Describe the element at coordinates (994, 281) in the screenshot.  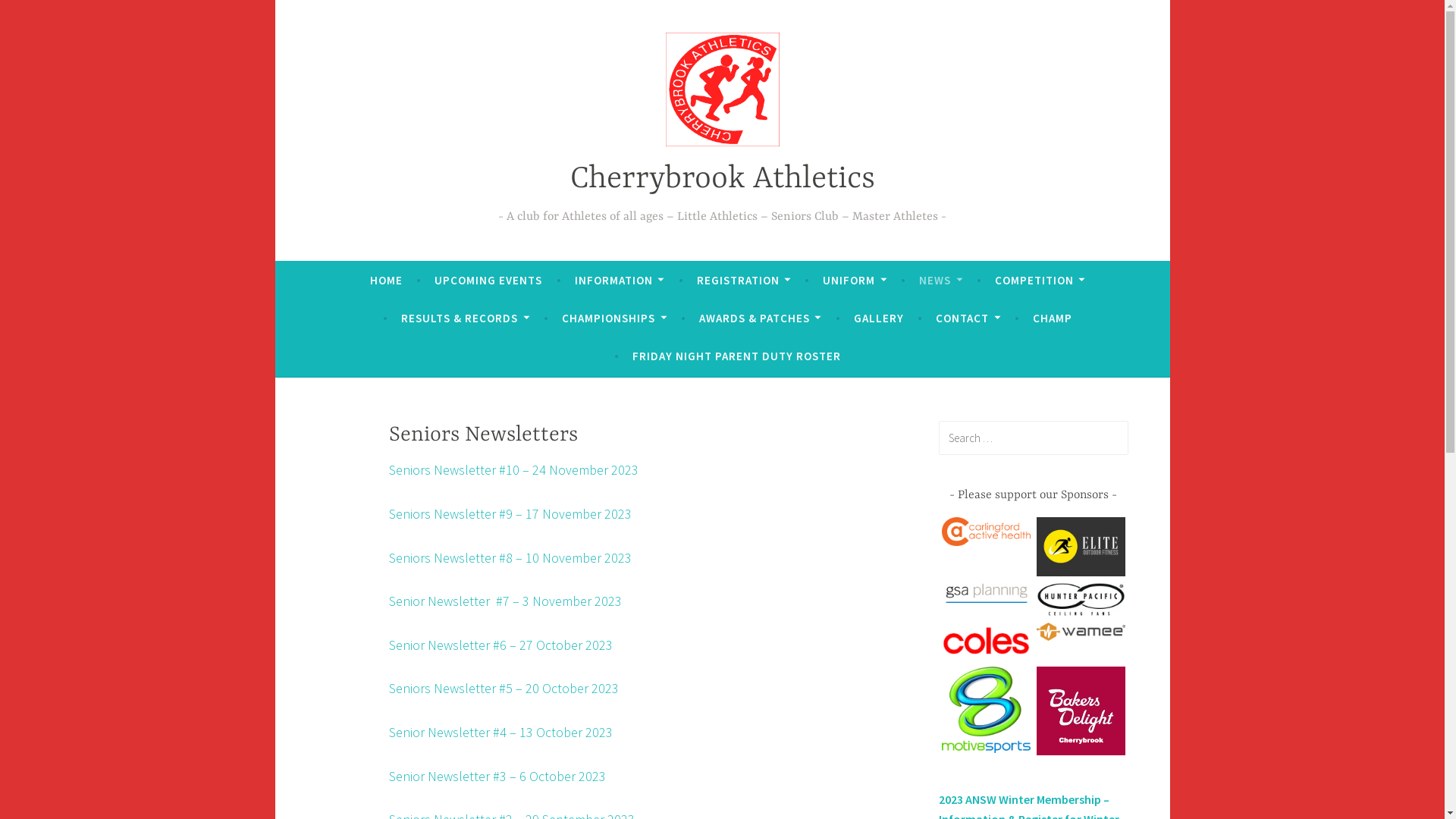
I see `'COMPETITION'` at that location.